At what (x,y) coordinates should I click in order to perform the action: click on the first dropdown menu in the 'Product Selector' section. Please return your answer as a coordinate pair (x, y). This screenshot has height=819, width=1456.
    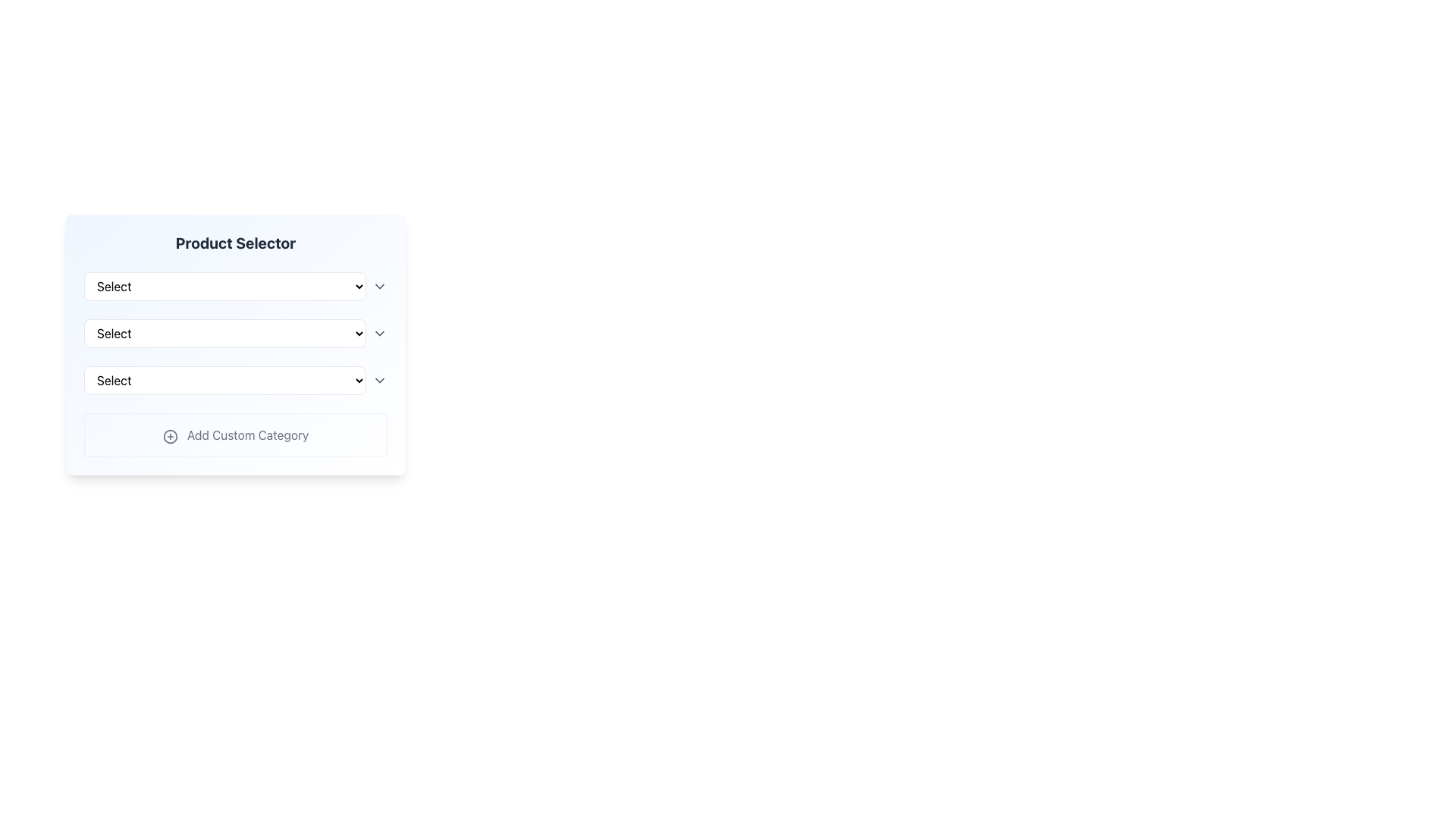
    Looking at the image, I should click on (235, 287).